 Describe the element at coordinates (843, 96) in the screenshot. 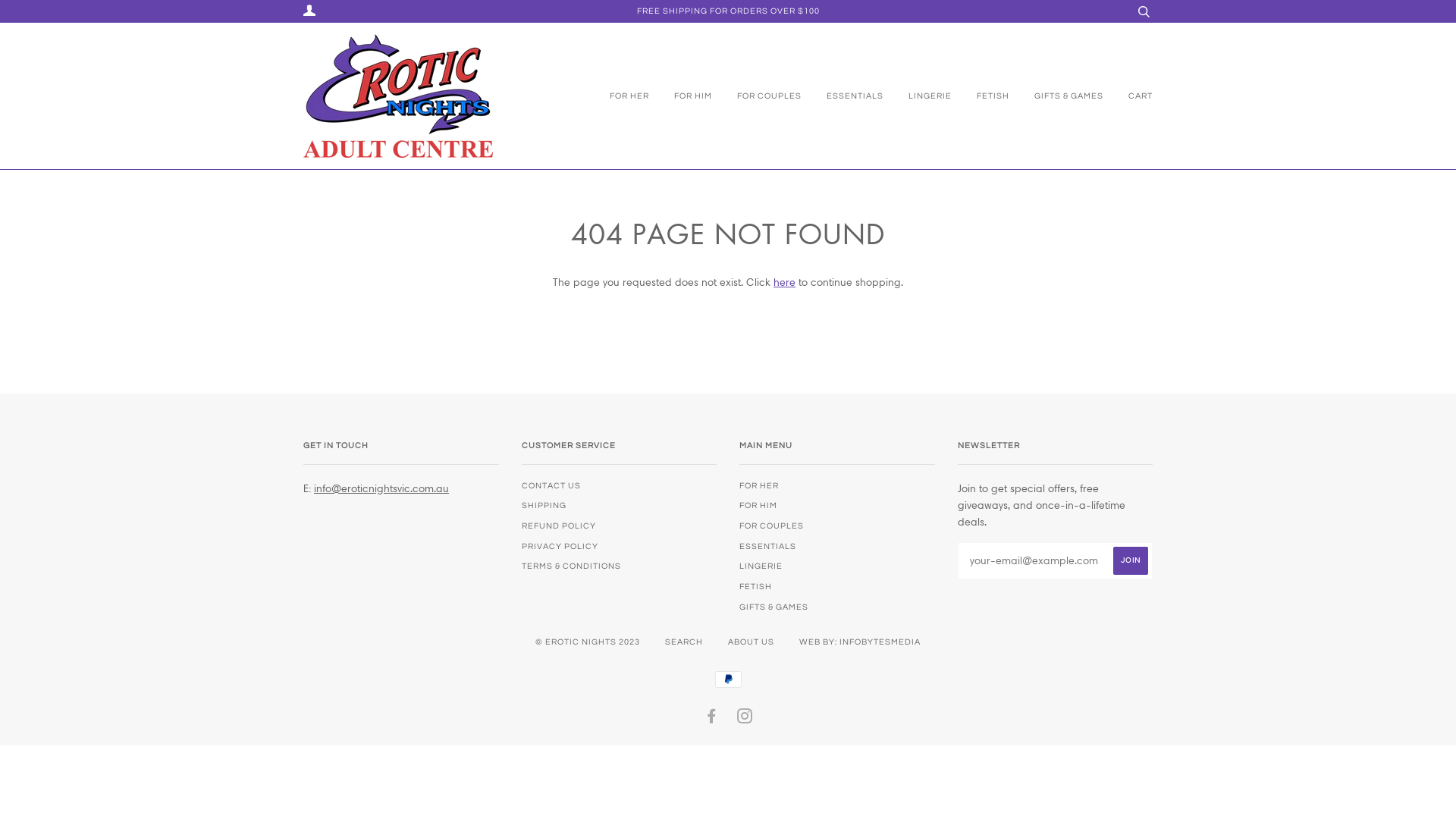

I see `'ESSENTIALS'` at that location.